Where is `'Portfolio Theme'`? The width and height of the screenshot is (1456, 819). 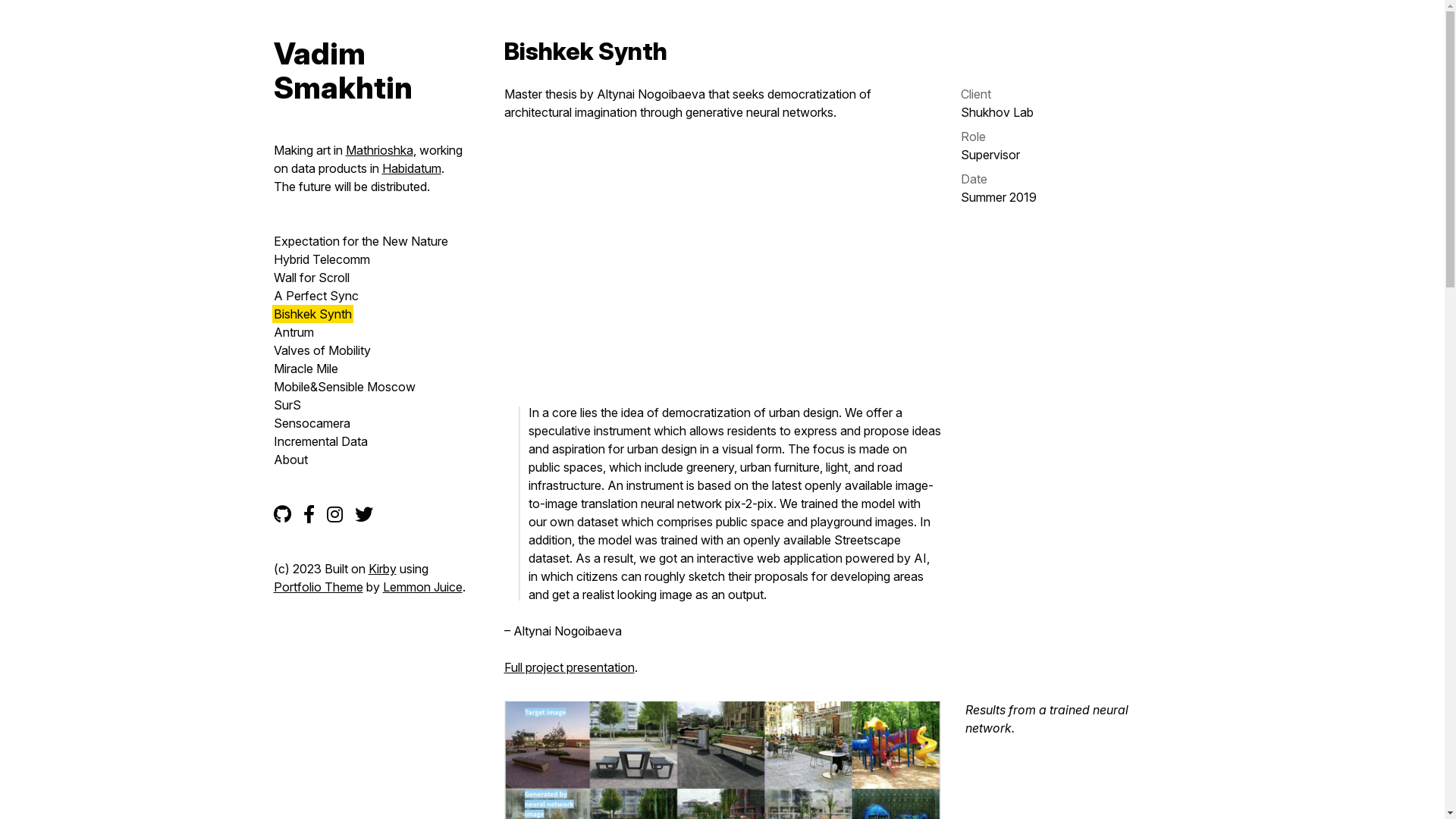 'Portfolio Theme' is located at coordinates (316, 586).